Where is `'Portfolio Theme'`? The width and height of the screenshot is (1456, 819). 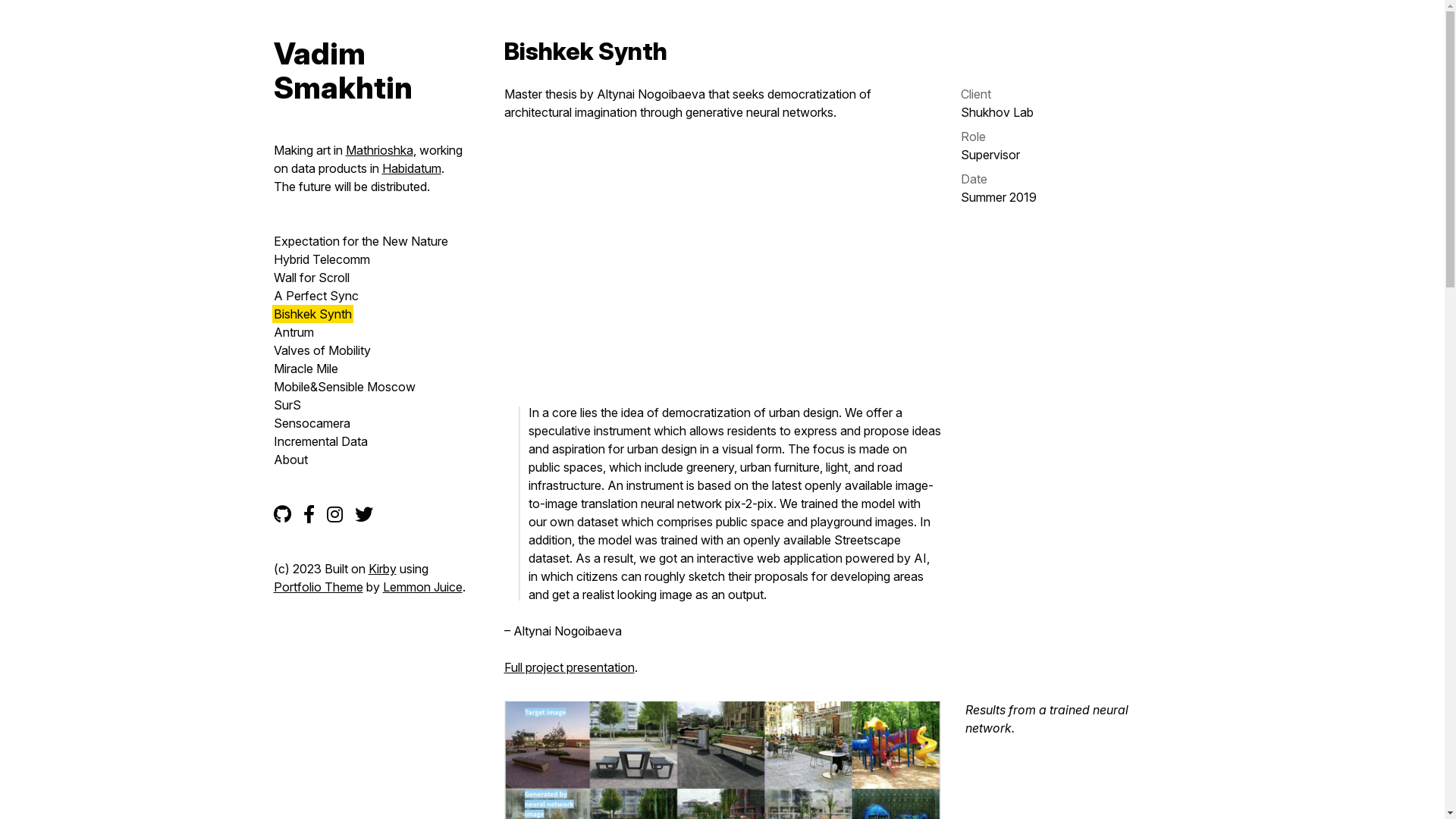 'Portfolio Theme' is located at coordinates (316, 586).